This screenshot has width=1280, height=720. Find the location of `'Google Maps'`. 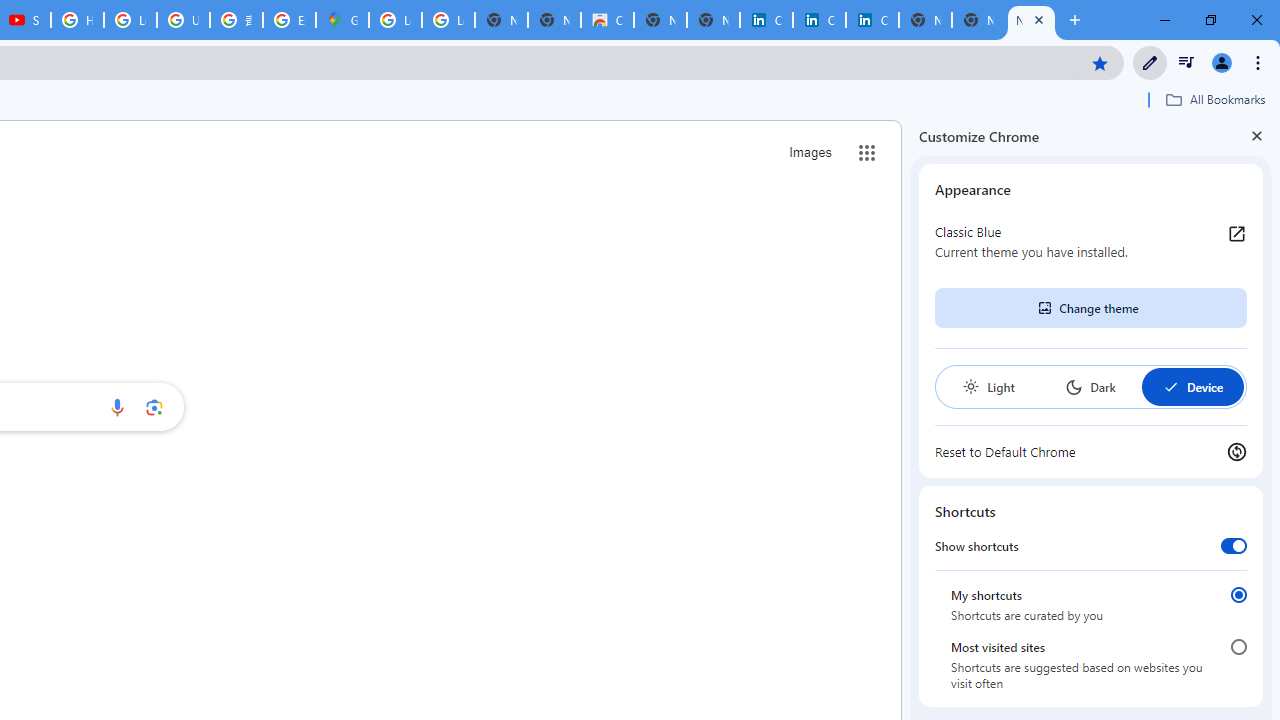

'Google Maps' is located at coordinates (342, 20).